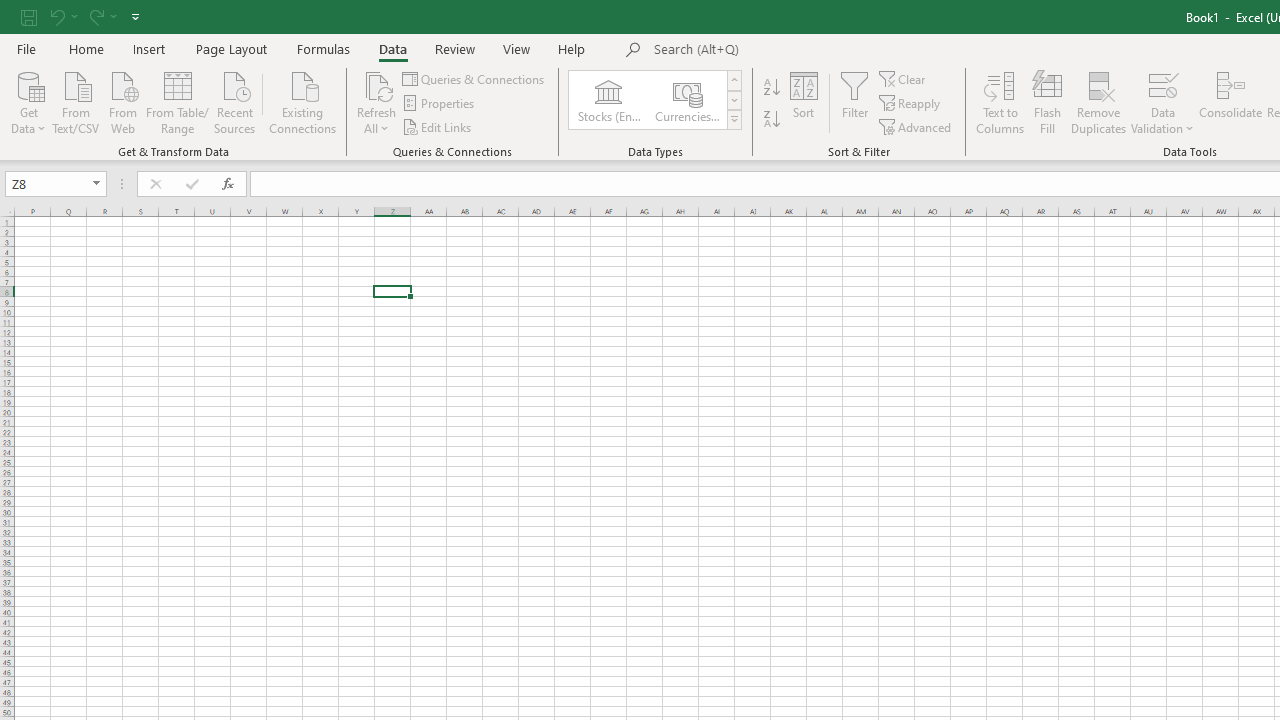 Image resolution: width=1280 pixels, height=720 pixels. What do you see at coordinates (915, 127) in the screenshot?
I see `'Advanced...'` at bounding box center [915, 127].